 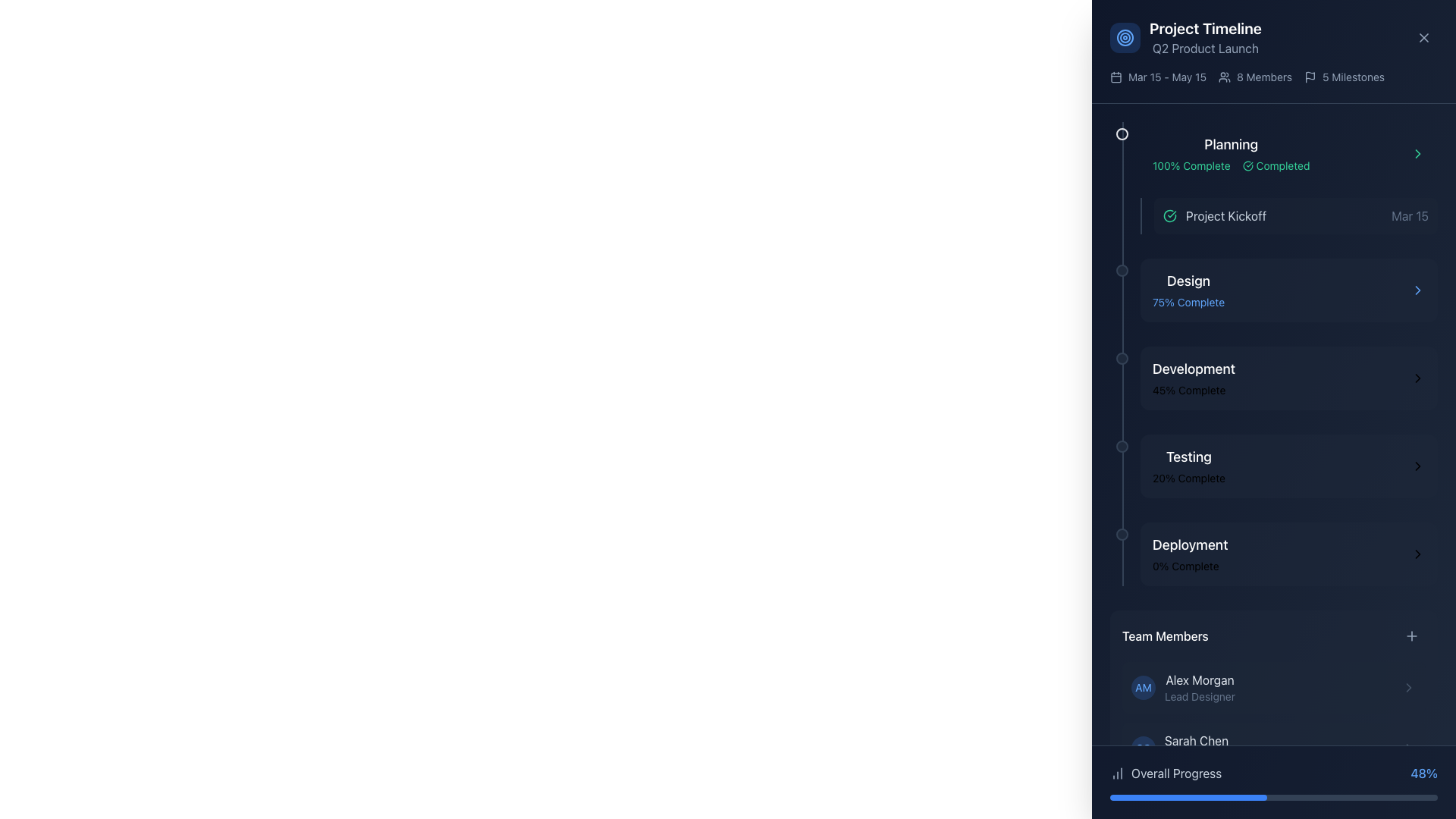 What do you see at coordinates (1182, 687) in the screenshot?
I see `the Profile Component for 'Alex Morgan', the Lead Designer` at bounding box center [1182, 687].